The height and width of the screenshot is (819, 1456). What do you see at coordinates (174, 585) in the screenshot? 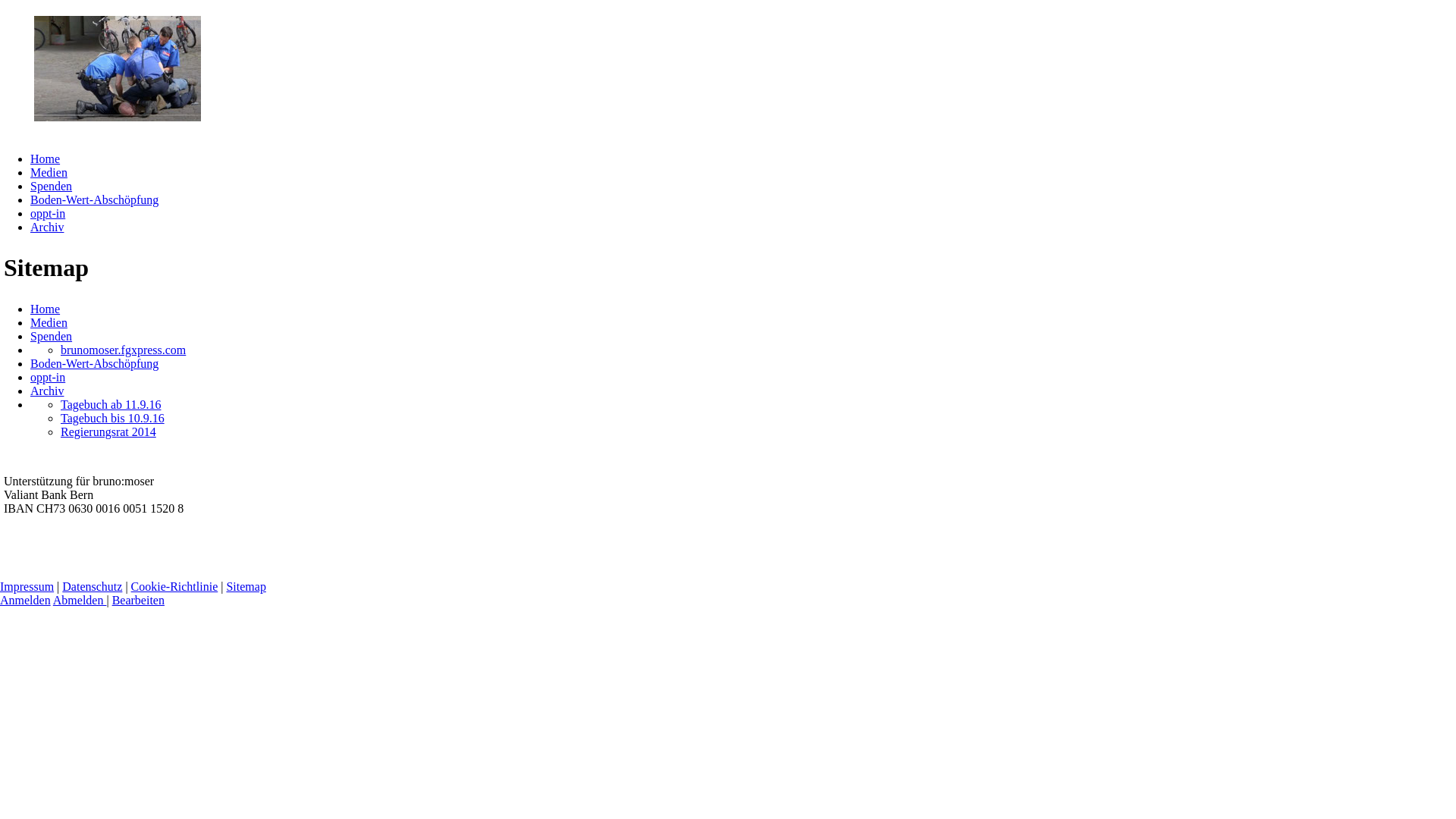
I see `'Cookie-Richtlinie'` at bounding box center [174, 585].